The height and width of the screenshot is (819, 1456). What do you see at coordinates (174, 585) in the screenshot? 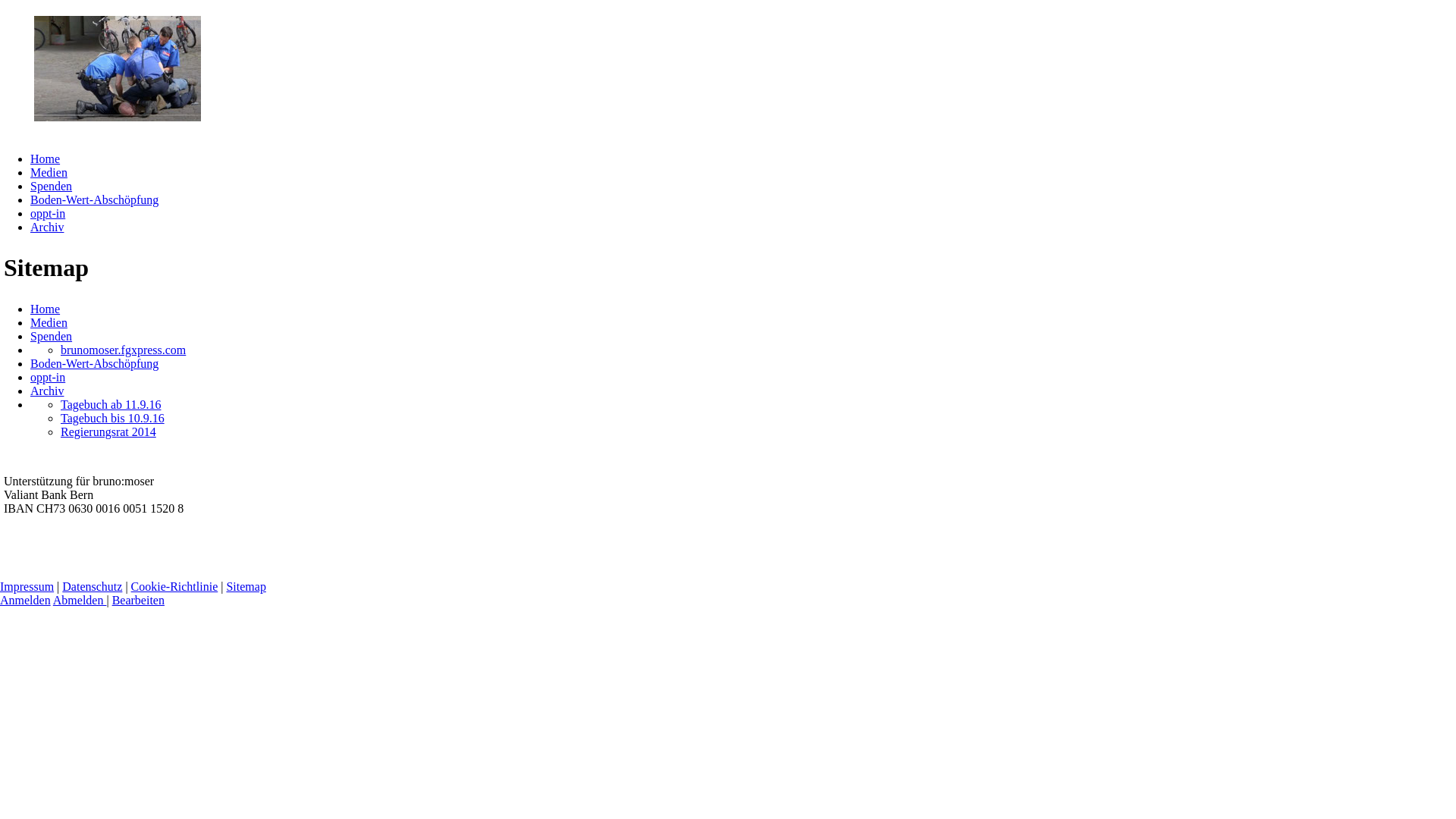
I see `'Cookie-Richtlinie'` at bounding box center [174, 585].